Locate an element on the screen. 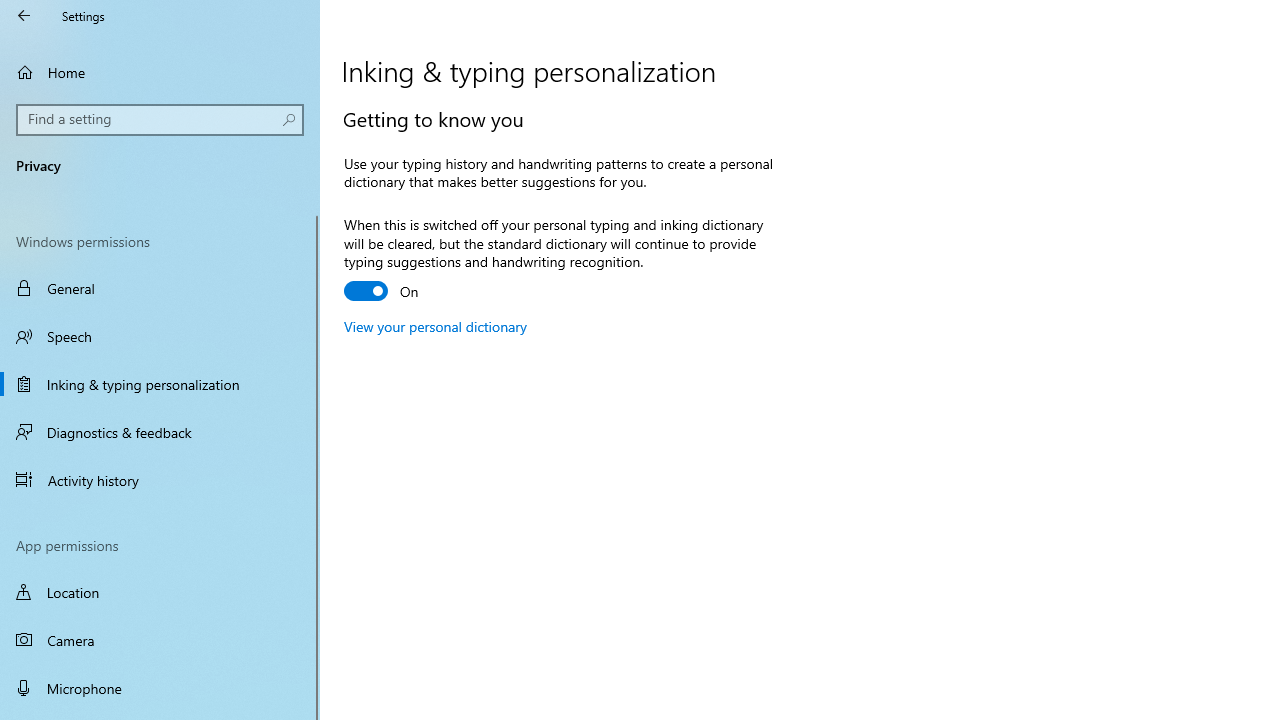  'Location' is located at coordinates (160, 591).